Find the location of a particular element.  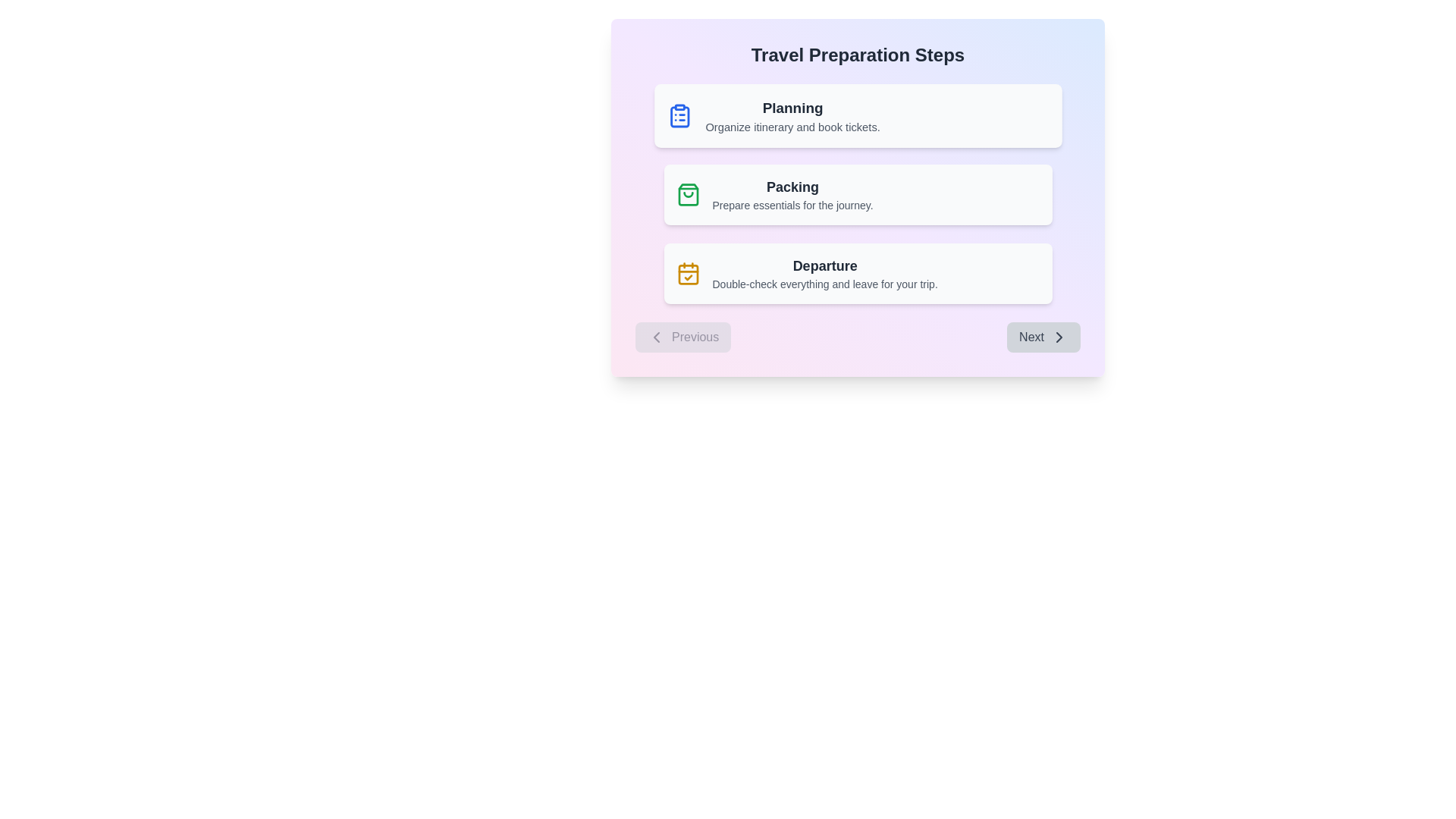

text content of the title element located above the subtitle 'Prepare essentials for the journey' in the middle card of the layout is located at coordinates (792, 186).